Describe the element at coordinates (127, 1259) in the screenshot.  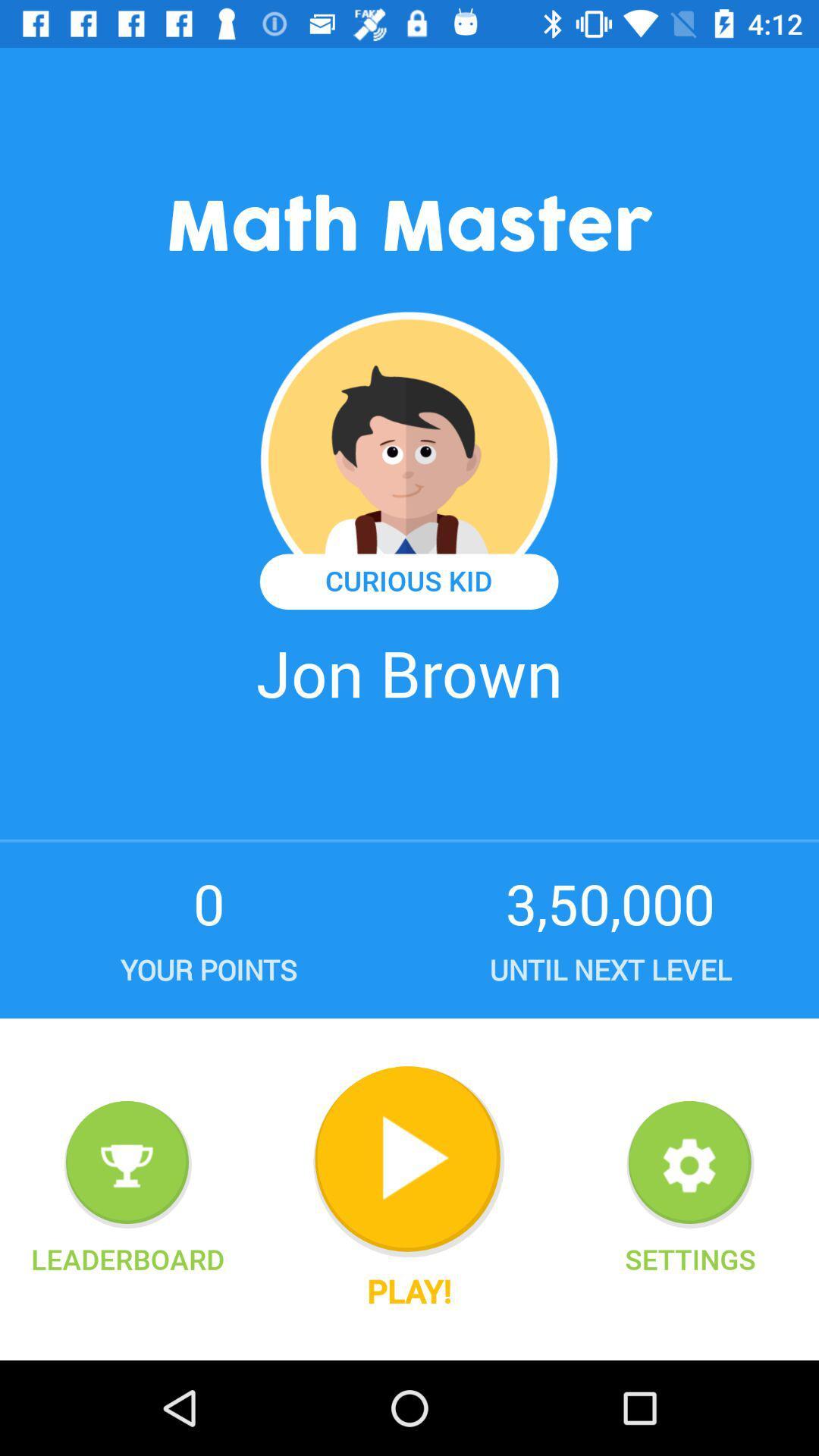
I see `leaderboard item` at that location.